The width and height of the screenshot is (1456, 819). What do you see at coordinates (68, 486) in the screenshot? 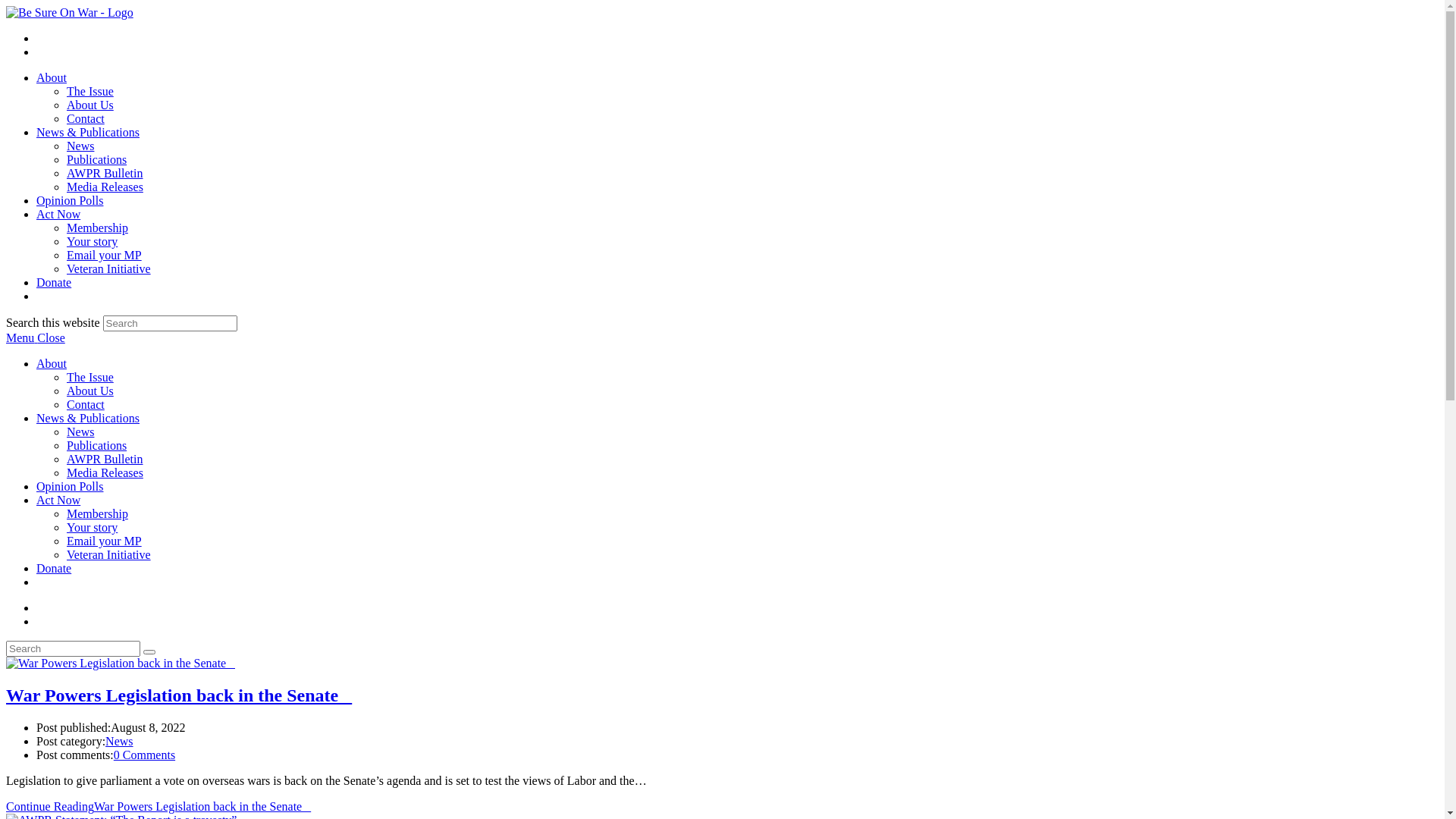
I see `'Opinion Polls'` at bounding box center [68, 486].